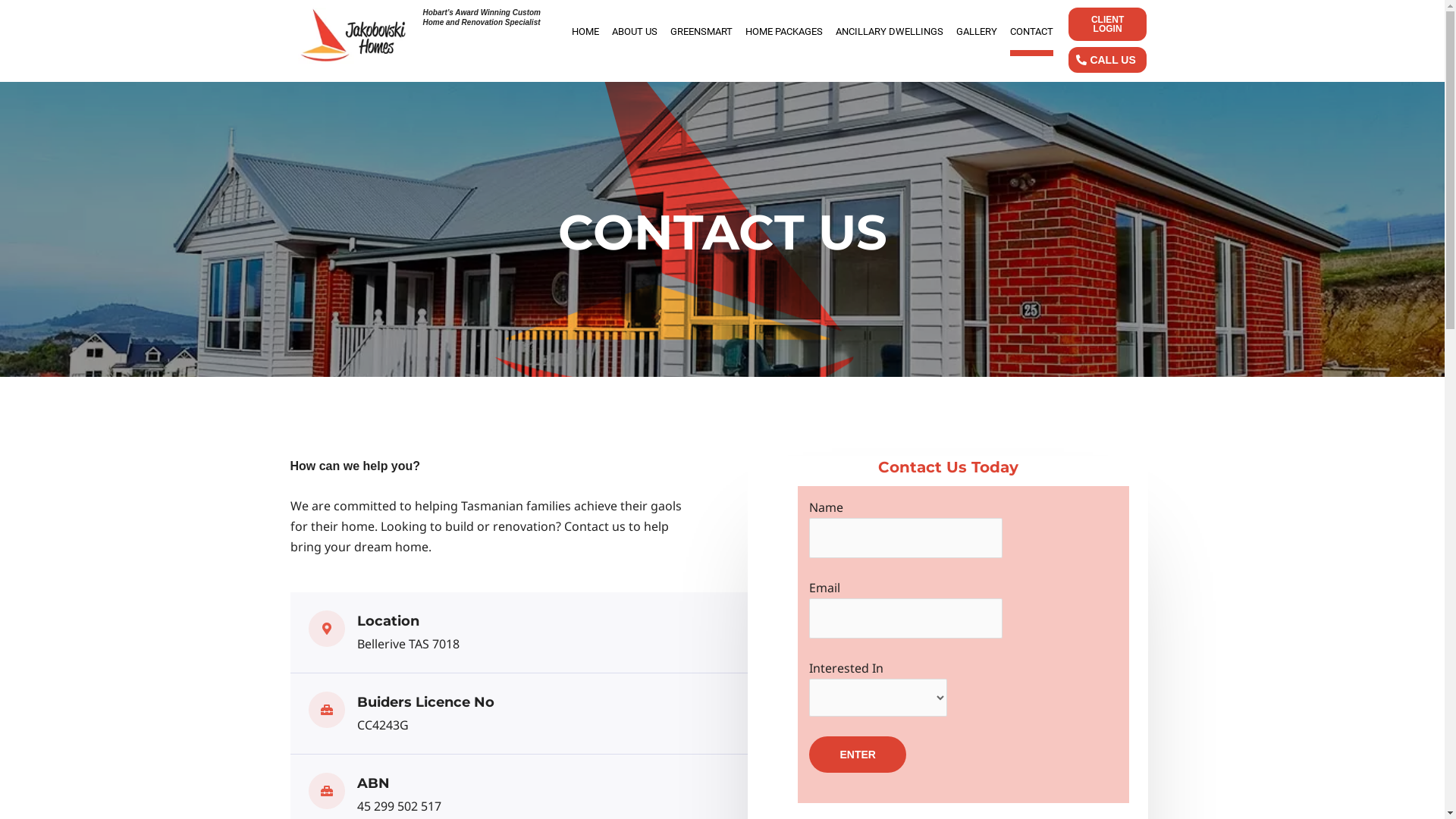 The height and width of the screenshot is (819, 1456). Describe the element at coordinates (611, 32) in the screenshot. I see `'ABOUT US'` at that location.